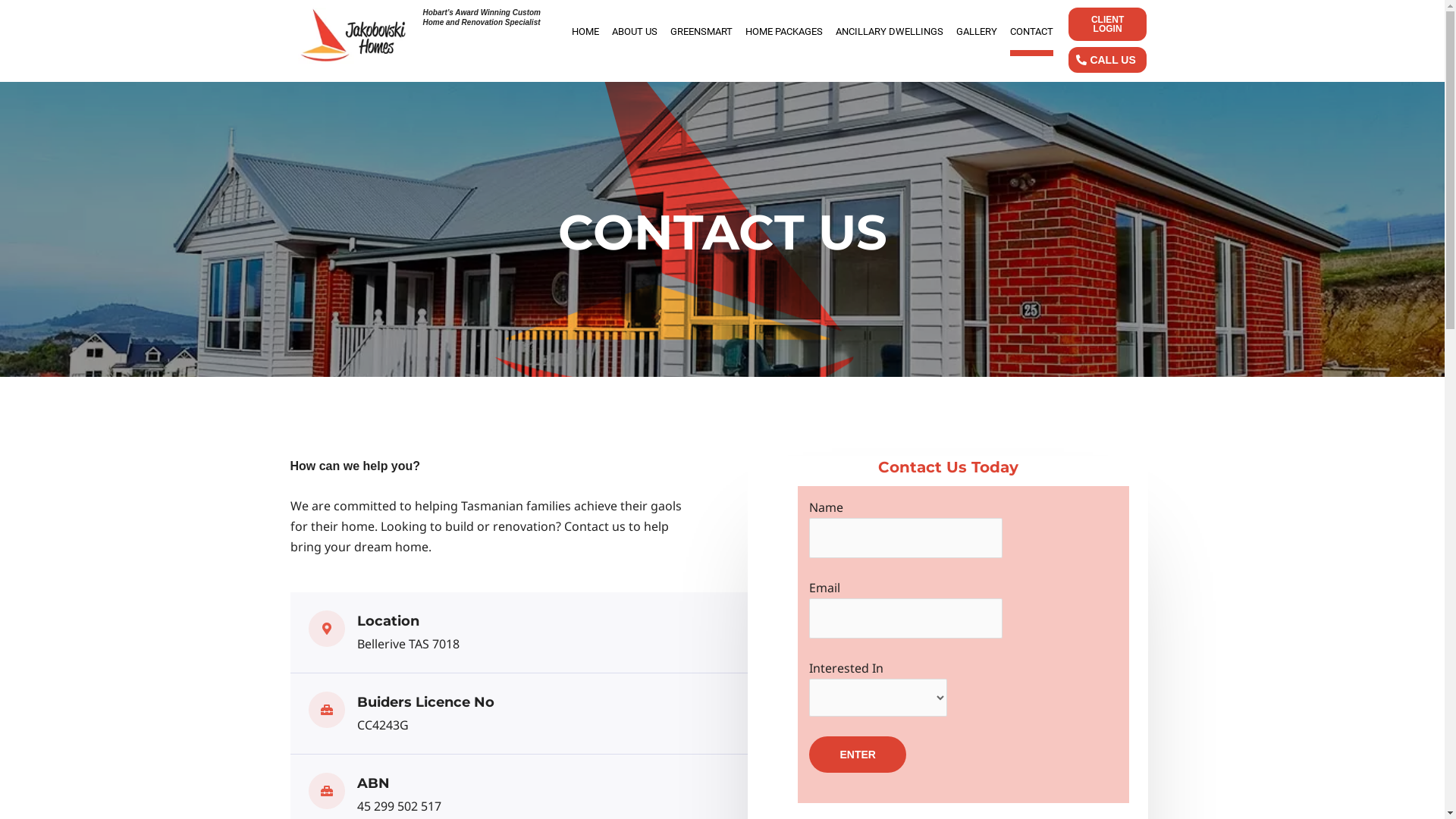 The height and width of the screenshot is (819, 1456). Describe the element at coordinates (611, 32) in the screenshot. I see `'ABOUT US'` at that location.